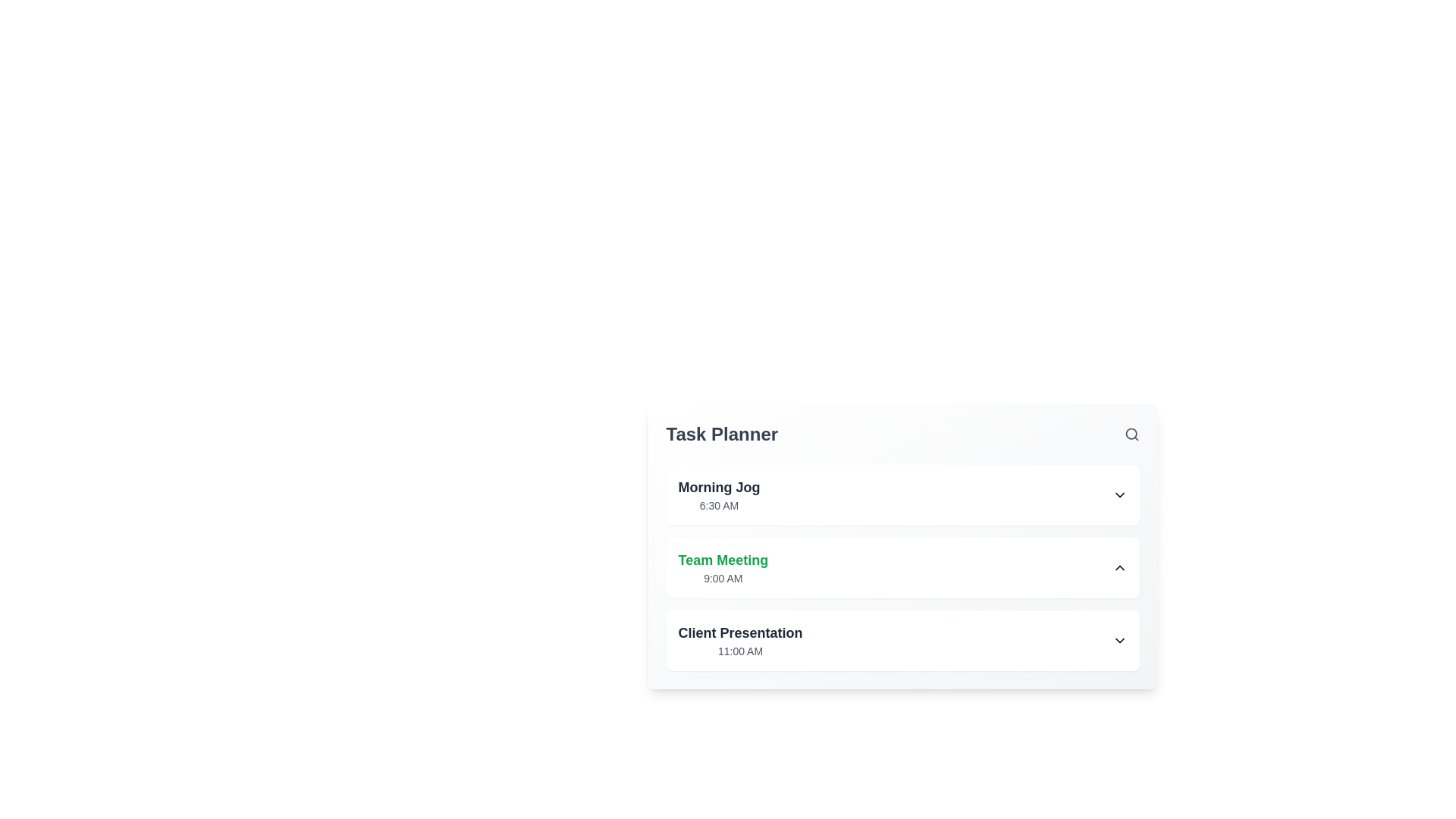  I want to click on the search icon located in the header of the 'Task Planner' section, which is the last element to the right of the 'Task Planner' text label, so click(1131, 435).